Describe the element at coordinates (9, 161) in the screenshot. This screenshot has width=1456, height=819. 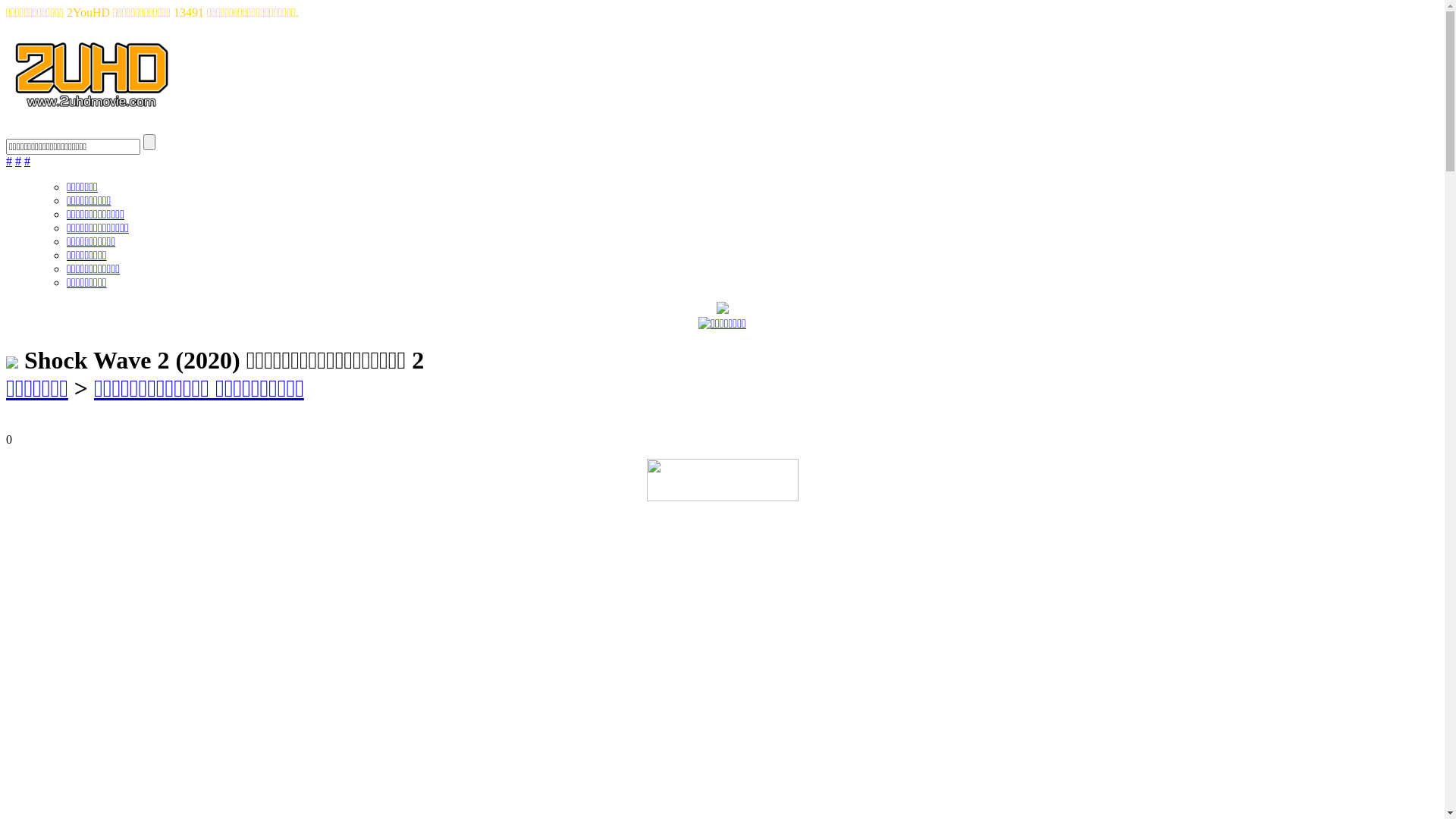
I see `'#'` at that location.